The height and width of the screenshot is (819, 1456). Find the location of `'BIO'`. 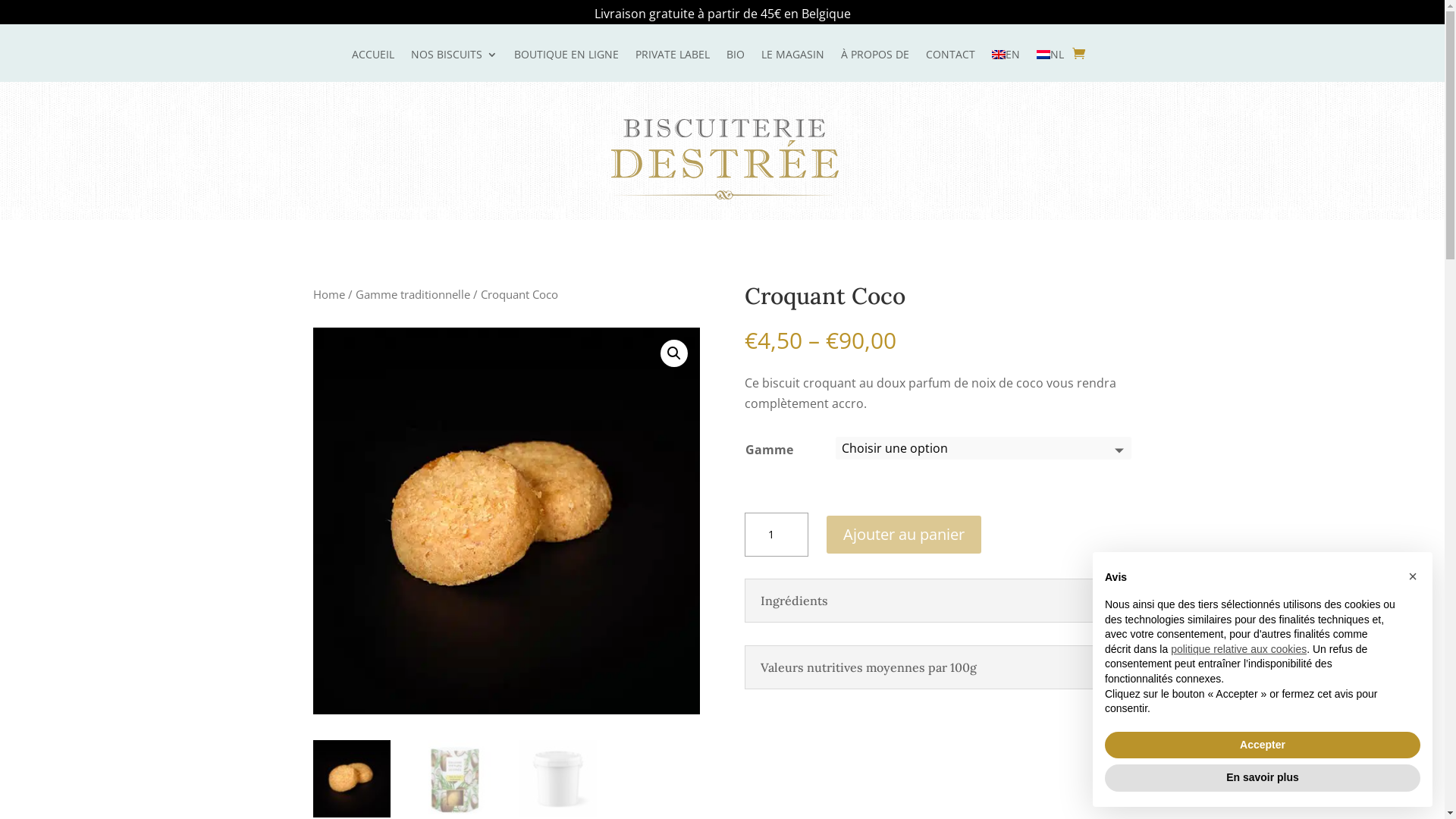

'BIO' is located at coordinates (726, 64).